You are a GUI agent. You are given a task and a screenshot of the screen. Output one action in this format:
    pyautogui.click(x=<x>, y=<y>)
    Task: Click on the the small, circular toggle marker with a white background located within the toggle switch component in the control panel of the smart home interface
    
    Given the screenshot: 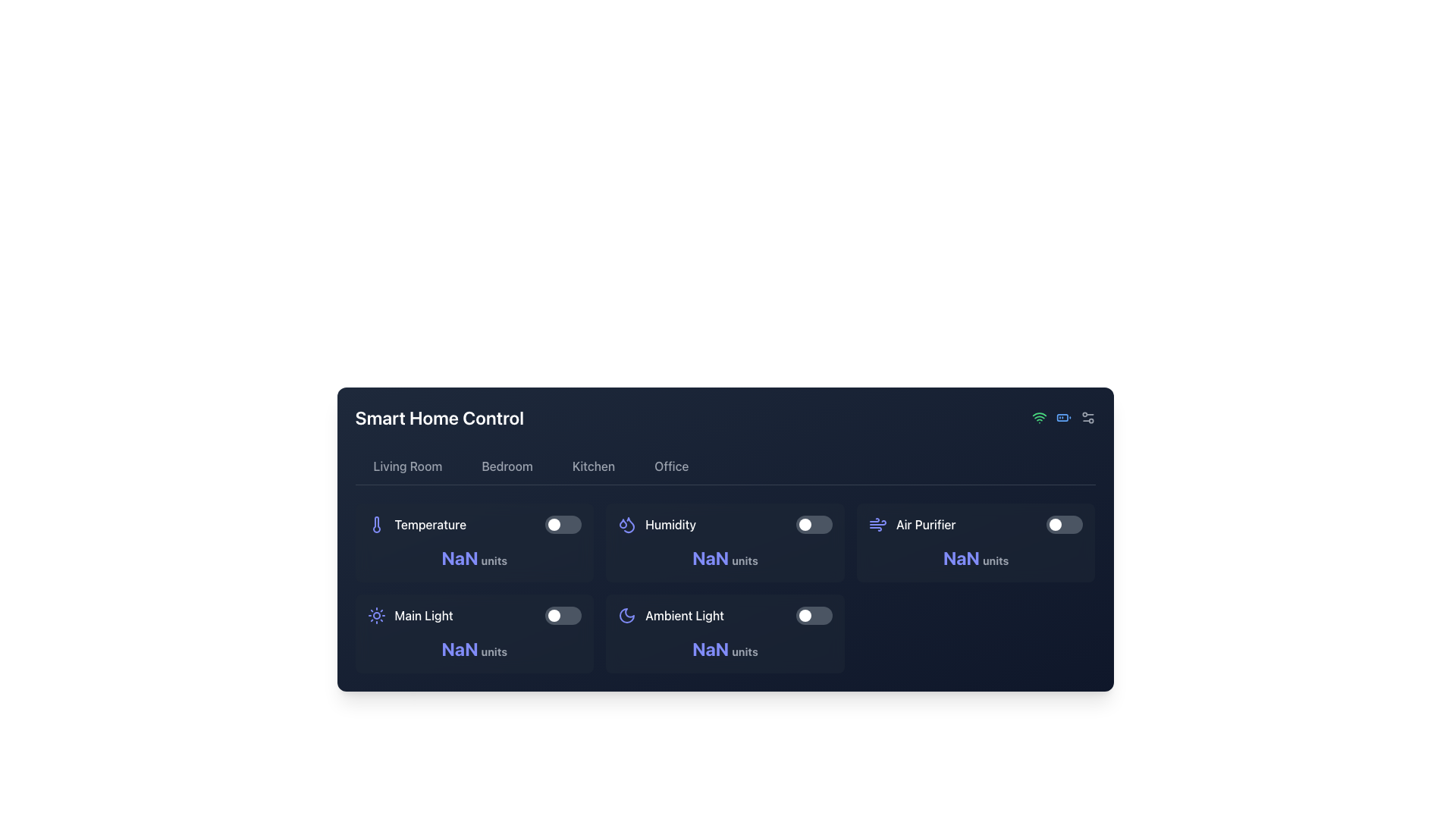 What is the action you would take?
    pyautogui.click(x=804, y=523)
    